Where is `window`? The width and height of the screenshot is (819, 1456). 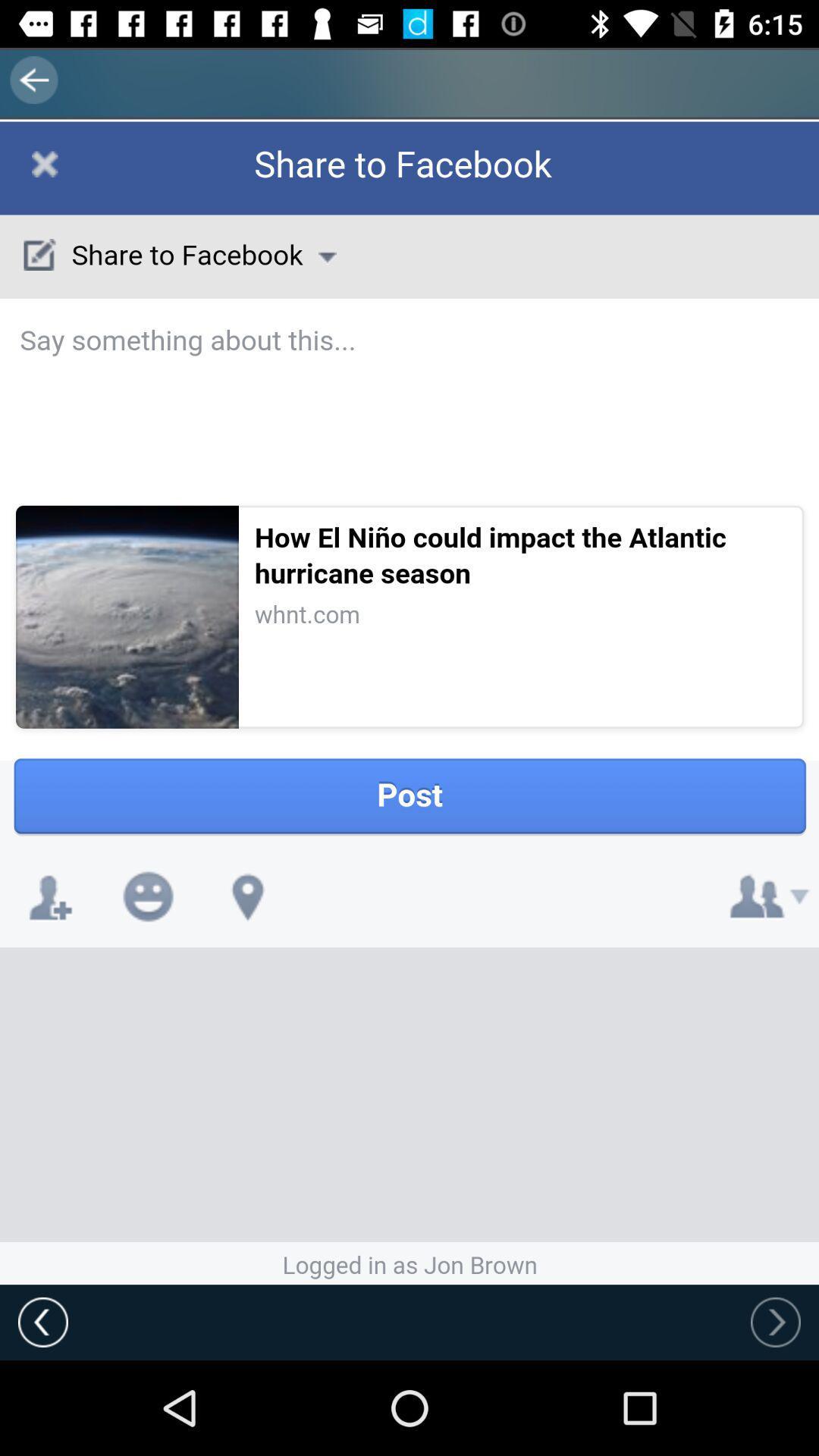 window is located at coordinates (99, 182).